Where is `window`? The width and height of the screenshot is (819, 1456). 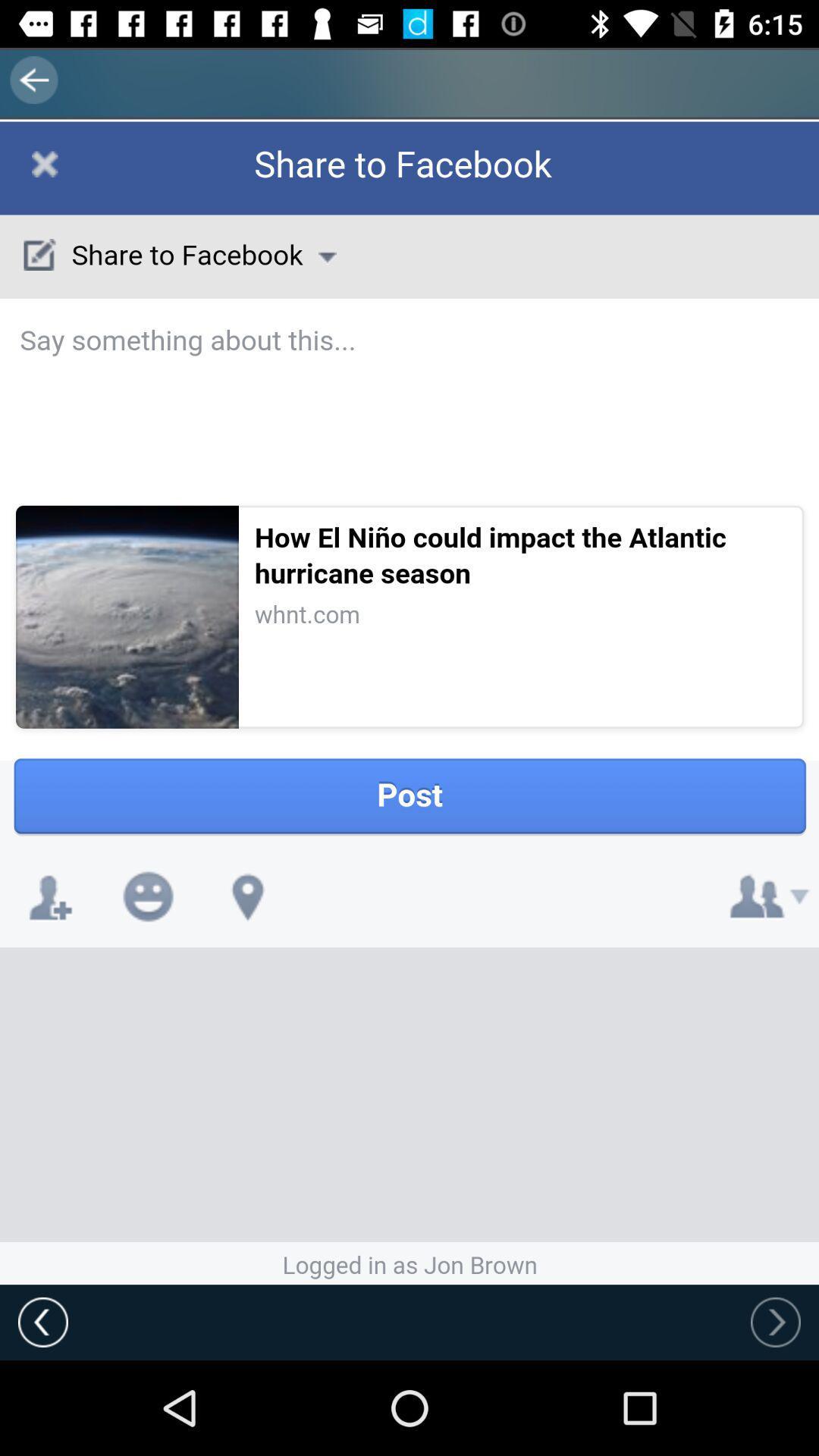 window is located at coordinates (99, 182).